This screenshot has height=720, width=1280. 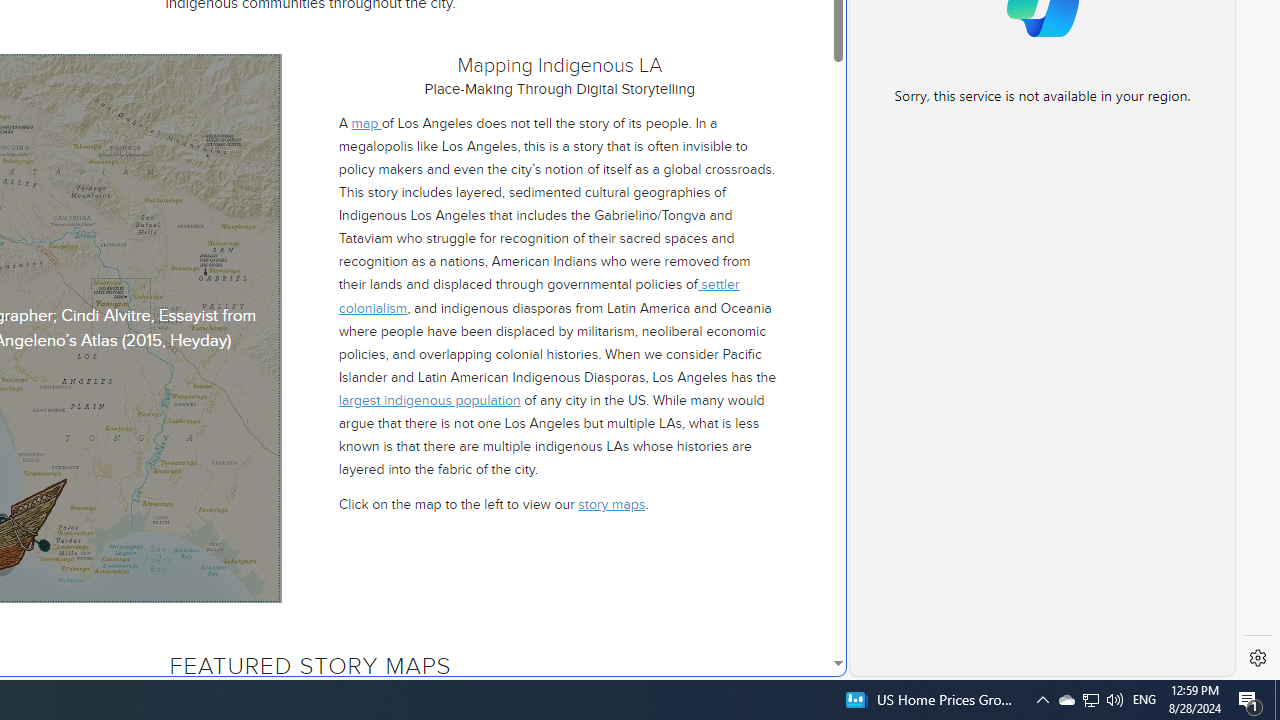 What do you see at coordinates (611, 503) in the screenshot?
I see `'story maps'` at bounding box center [611, 503].